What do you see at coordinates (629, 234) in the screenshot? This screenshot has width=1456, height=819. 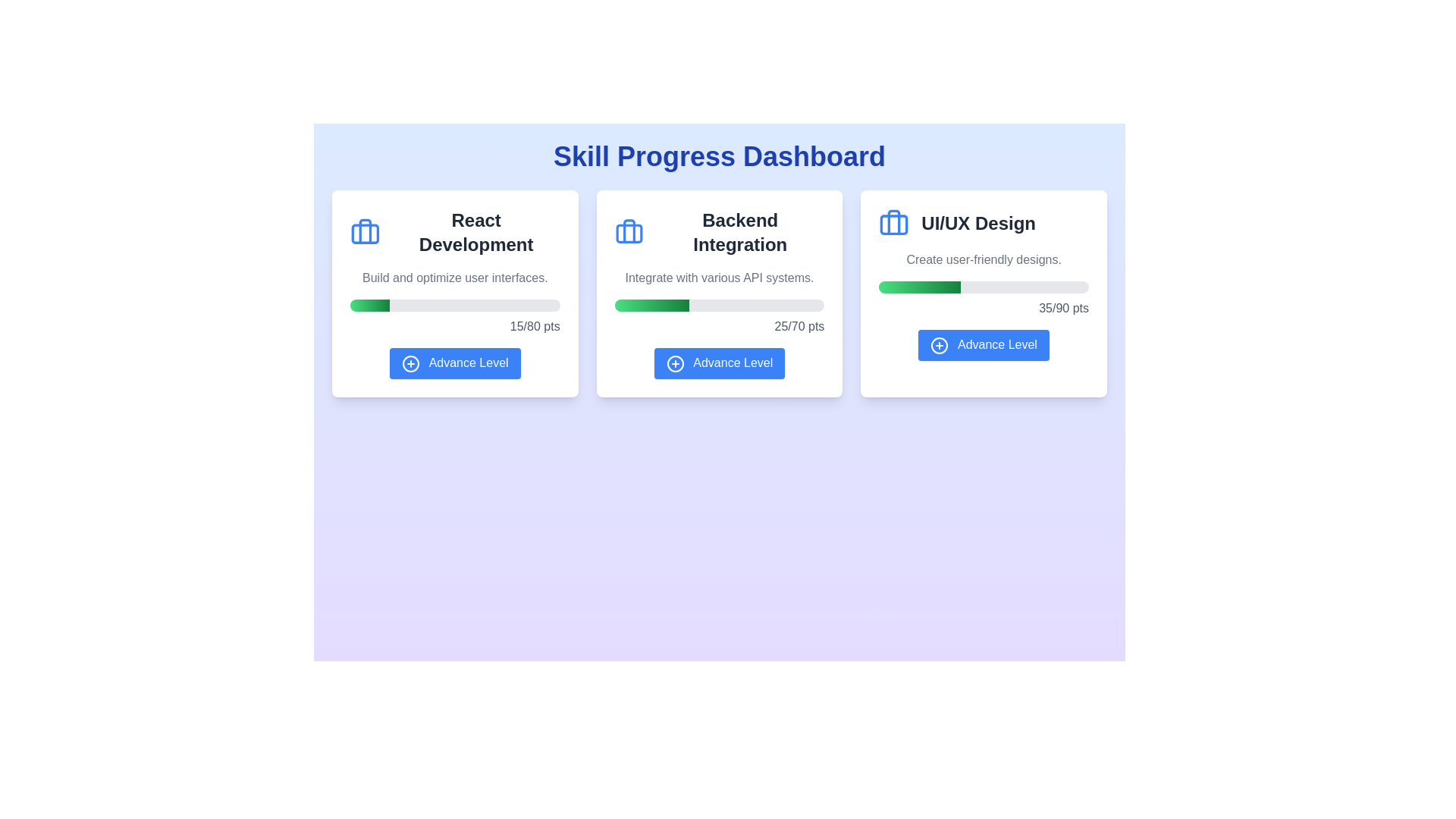 I see `the Icon component, which is a horizontal rectangular shape with a blue outline, located centrally within a briefcase shape above the 'Backend Integration' card` at bounding box center [629, 234].